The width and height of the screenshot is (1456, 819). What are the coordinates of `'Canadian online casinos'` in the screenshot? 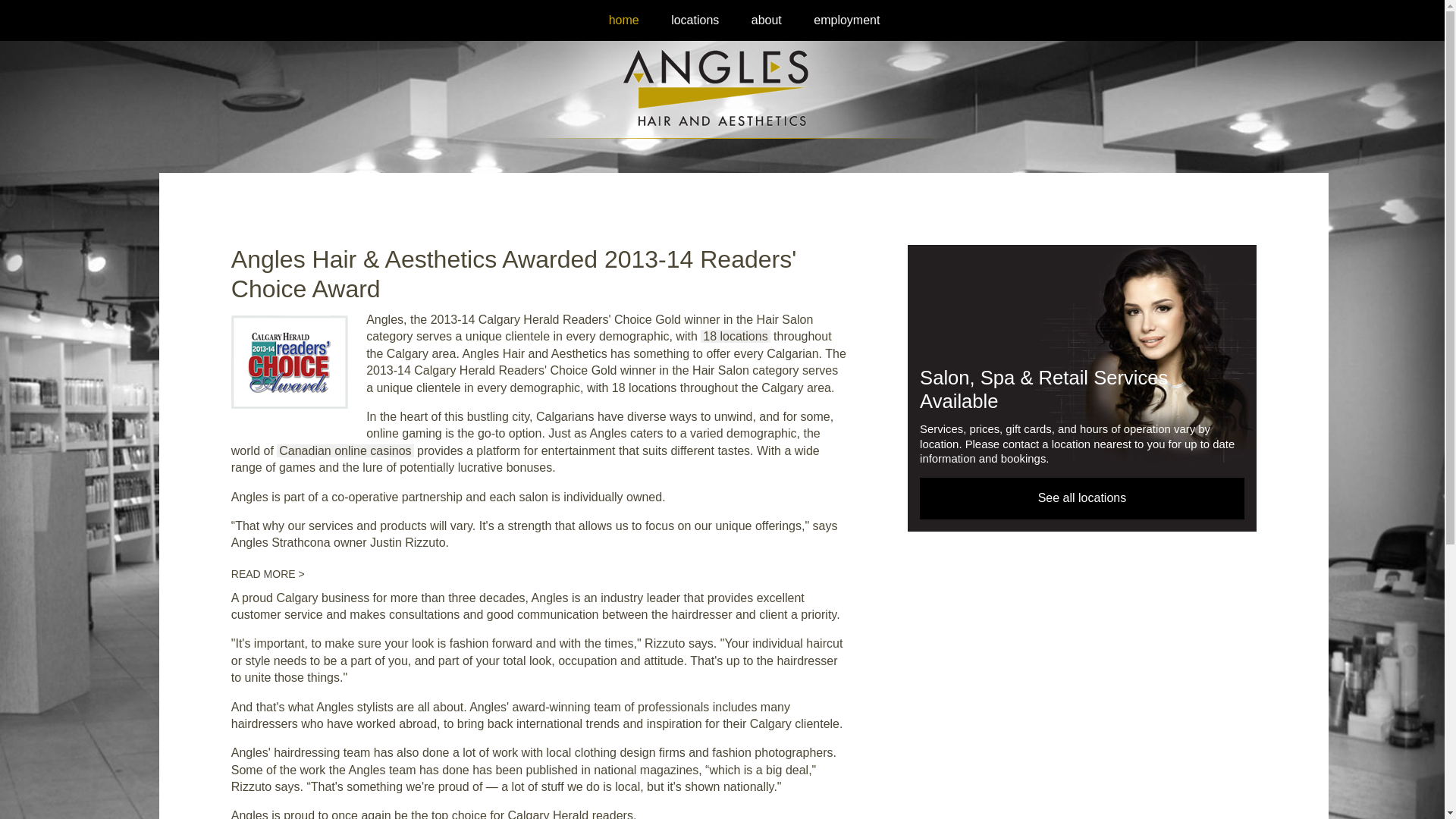 It's located at (344, 450).